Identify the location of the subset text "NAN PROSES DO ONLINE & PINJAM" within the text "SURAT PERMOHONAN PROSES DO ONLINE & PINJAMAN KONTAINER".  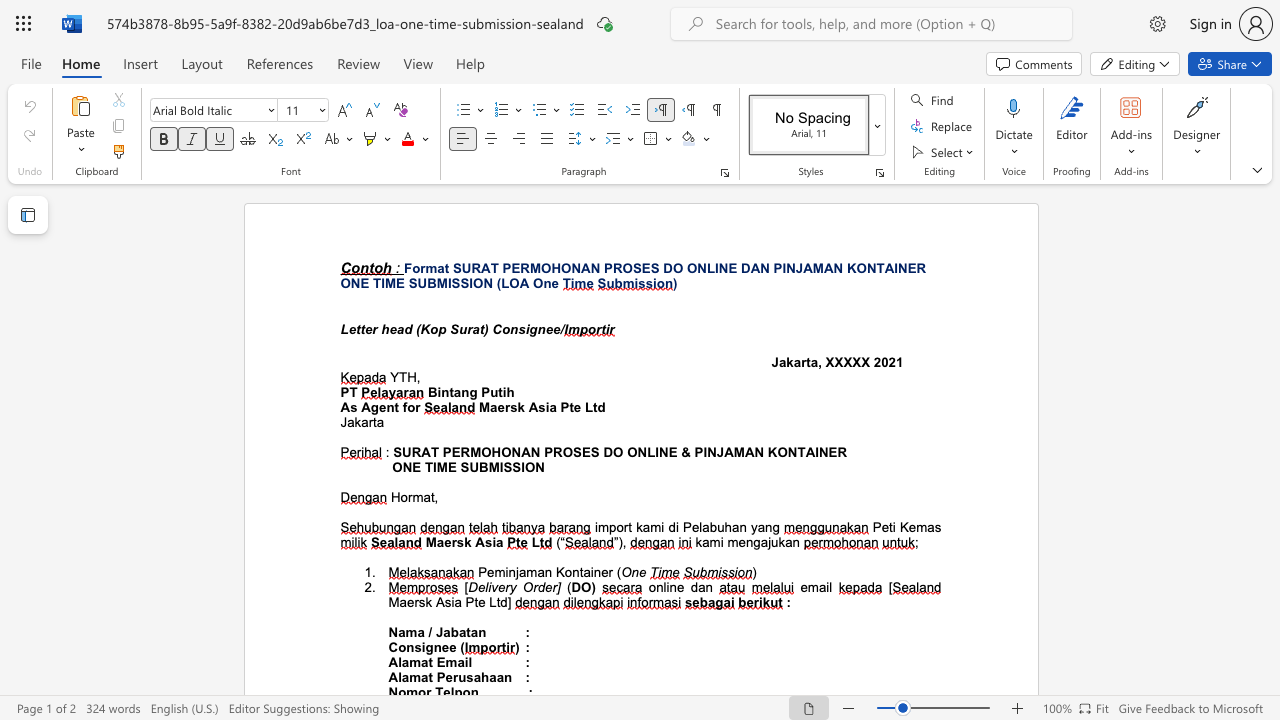
(511, 452).